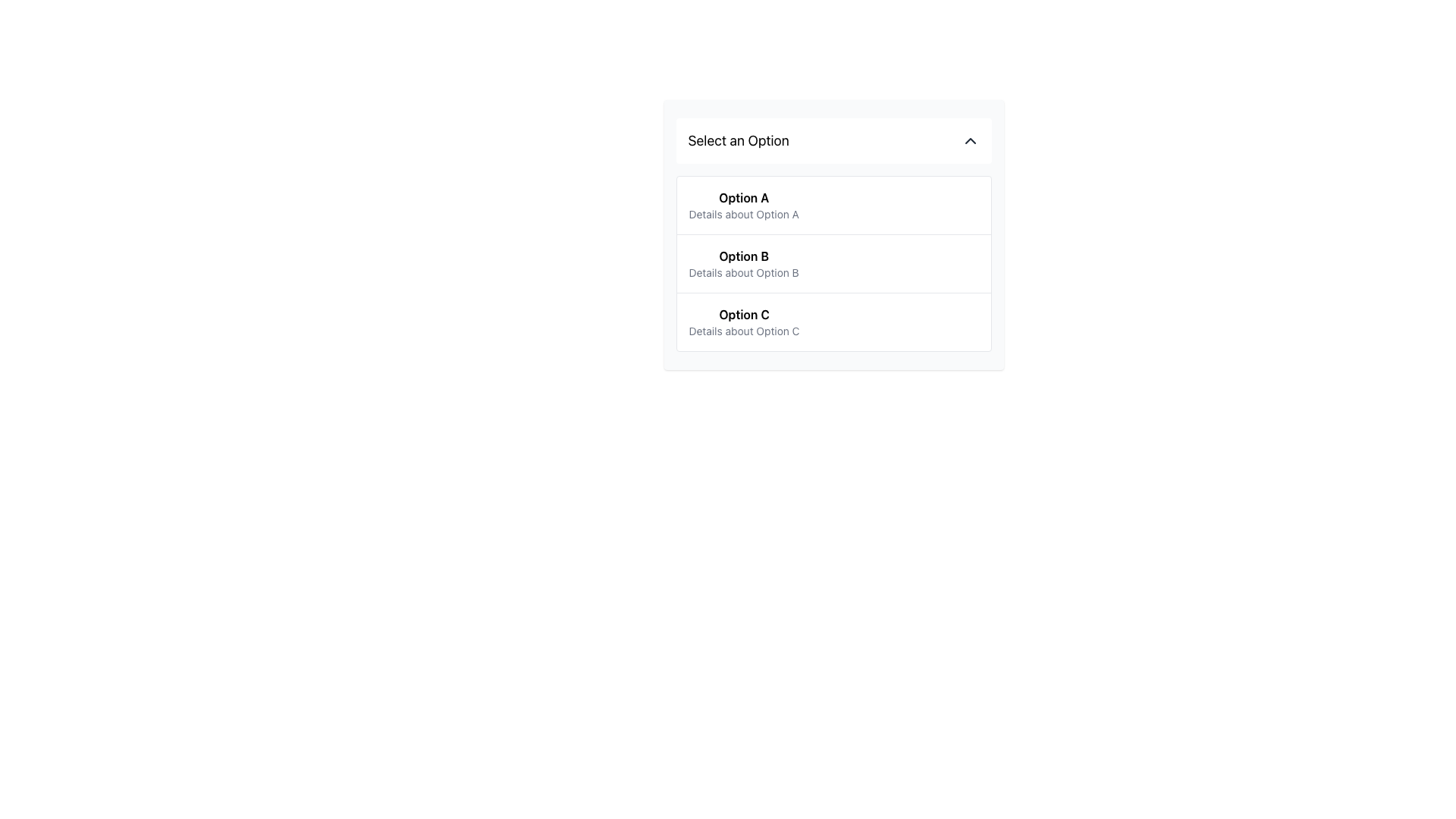 Image resolution: width=1456 pixels, height=819 pixels. I want to click on the upward-pointing chevron icon located on the far right of the header section labeled 'Select an Option', so click(969, 140).